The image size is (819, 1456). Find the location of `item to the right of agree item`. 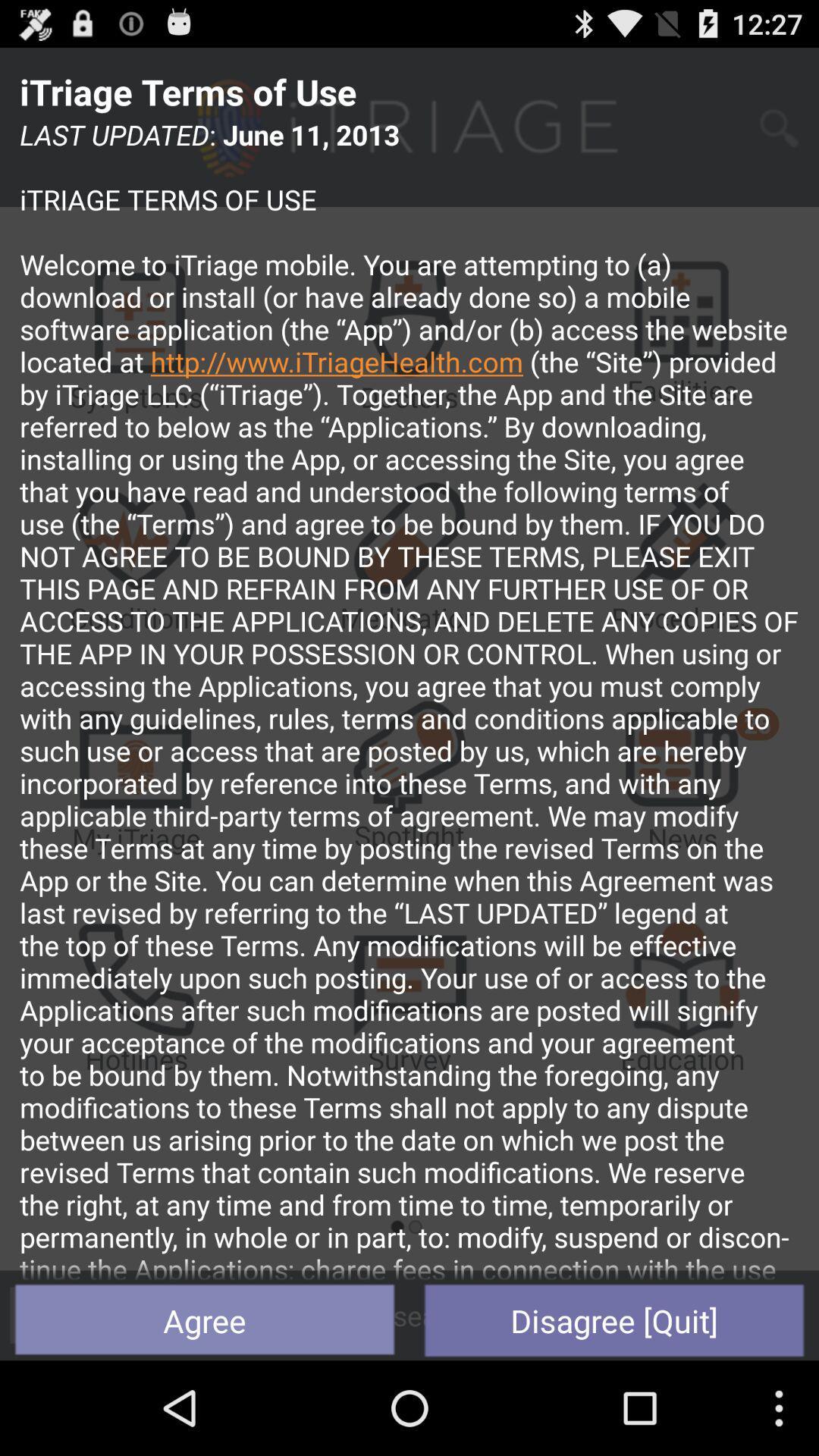

item to the right of agree item is located at coordinates (614, 1319).